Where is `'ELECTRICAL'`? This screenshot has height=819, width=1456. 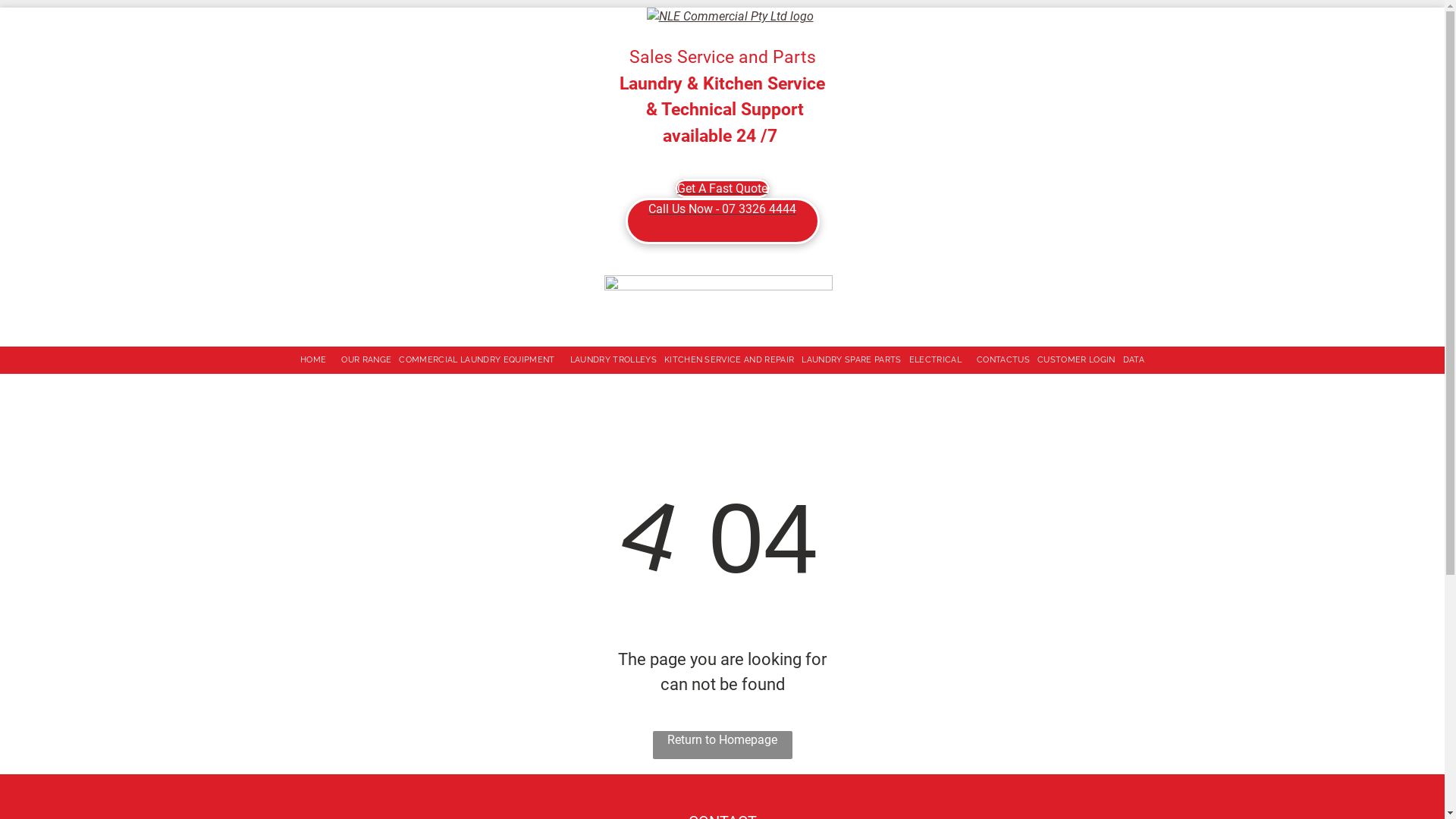 'ELECTRICAL' is located at coordinates (938, 360).